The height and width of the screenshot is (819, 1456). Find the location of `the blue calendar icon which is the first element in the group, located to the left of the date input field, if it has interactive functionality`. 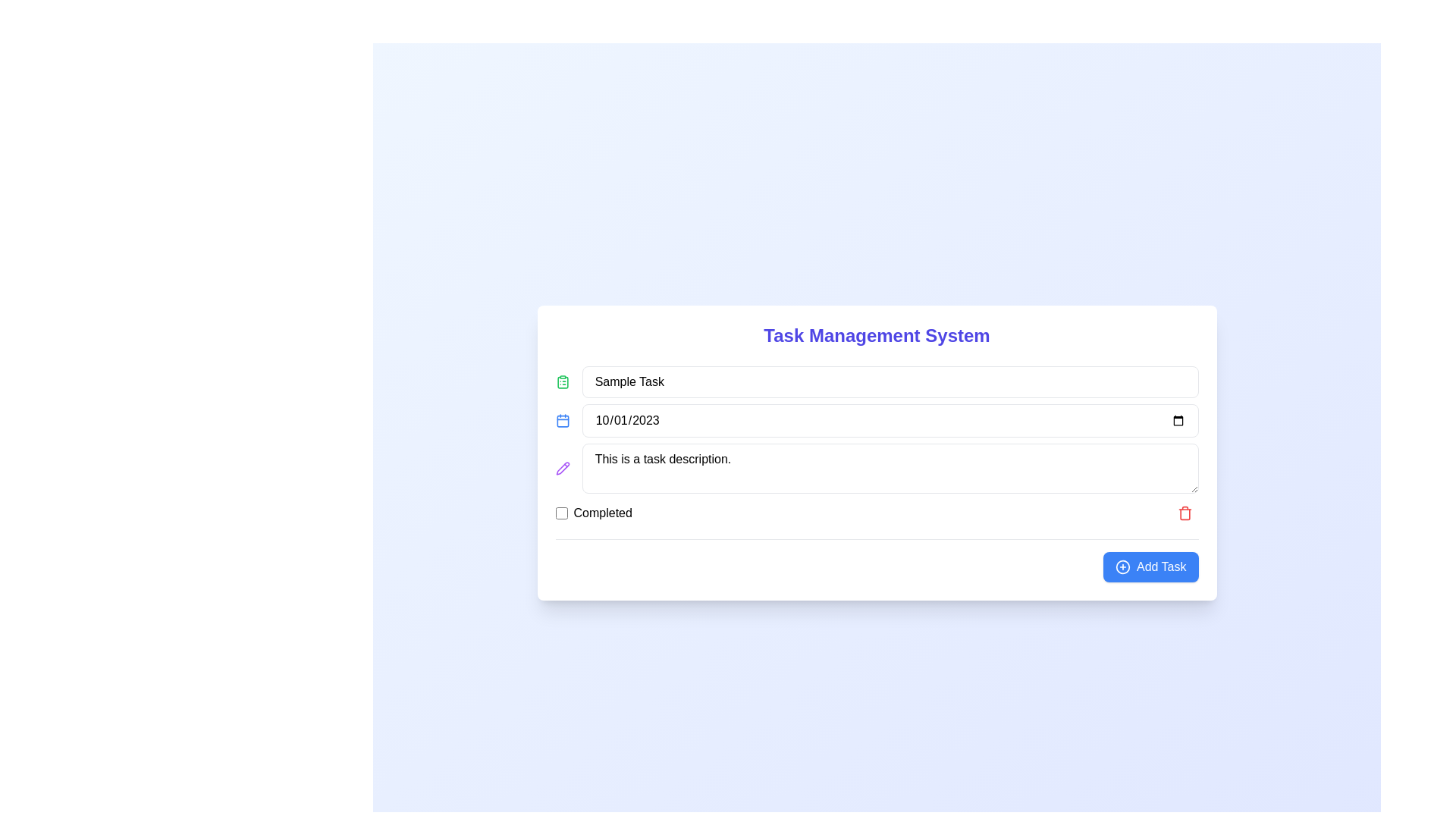

the blue calendar icon which is the first element in the group, located to the left of the date input field, if it has interactive functionality is located at coordinates (562, 420).